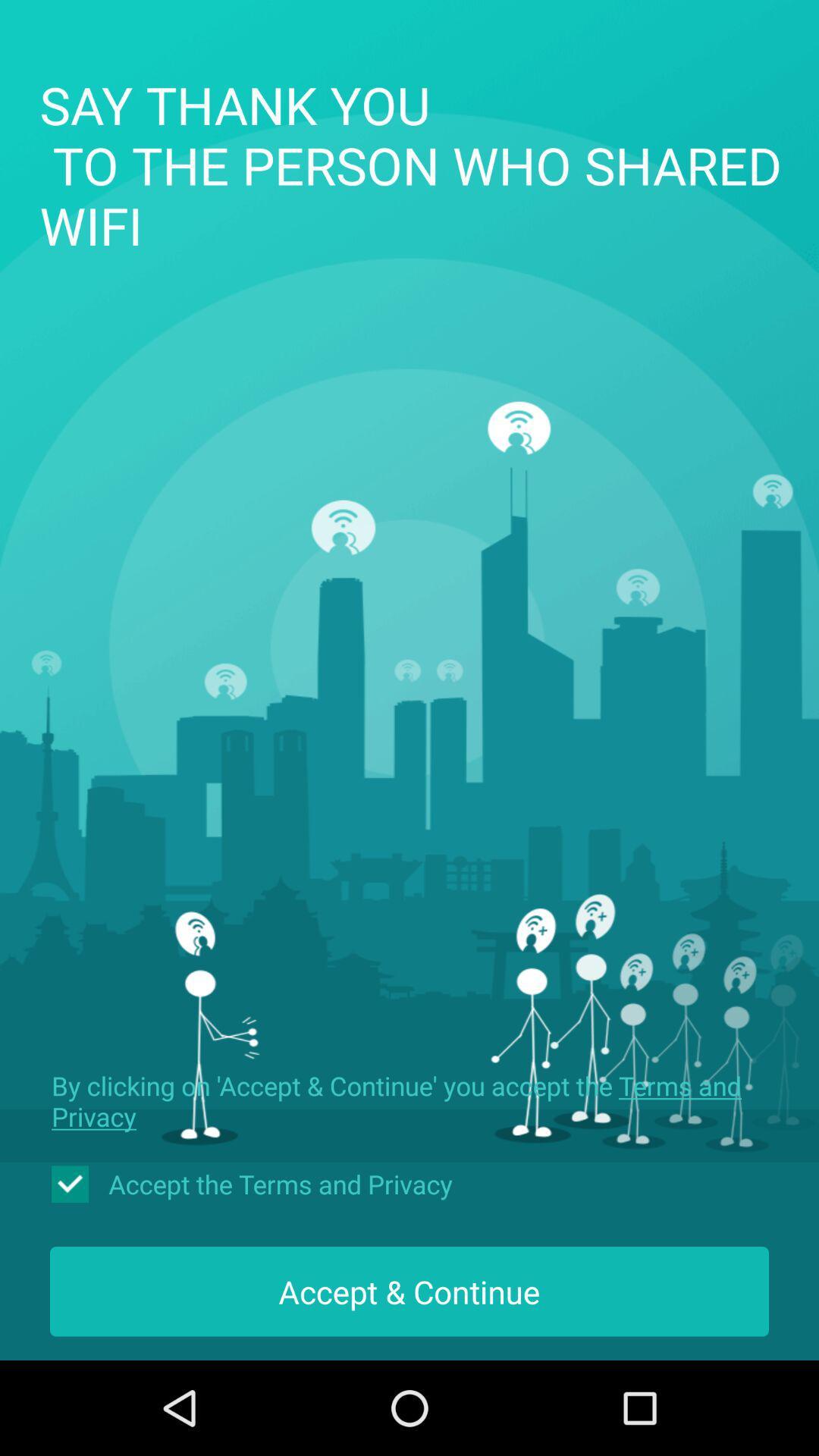 Image resolution: width=819 pixels, height=1456 pixels. What do you see at coordinates (409, 1100) in the screenshot?
I see `the item above accept the terms` at bounding box center [409, 1100].